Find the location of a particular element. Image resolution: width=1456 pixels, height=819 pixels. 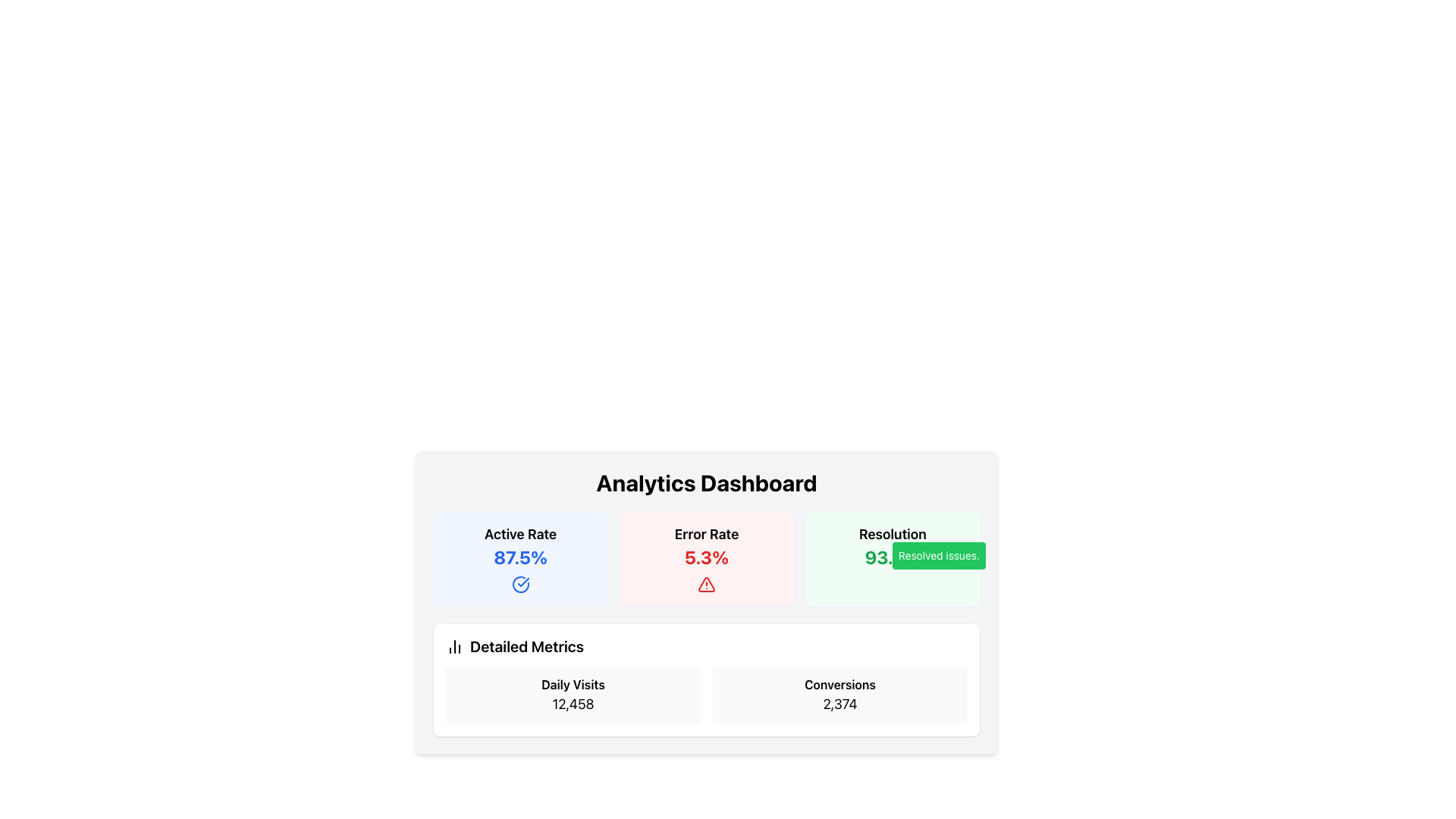

the 'Conversions' text label, which is styled in a bold font and positioned in the detailed metrics section of the analytics dashboard, located inside a light gray, rounded rectangle card is located at coordinates (839, 684).